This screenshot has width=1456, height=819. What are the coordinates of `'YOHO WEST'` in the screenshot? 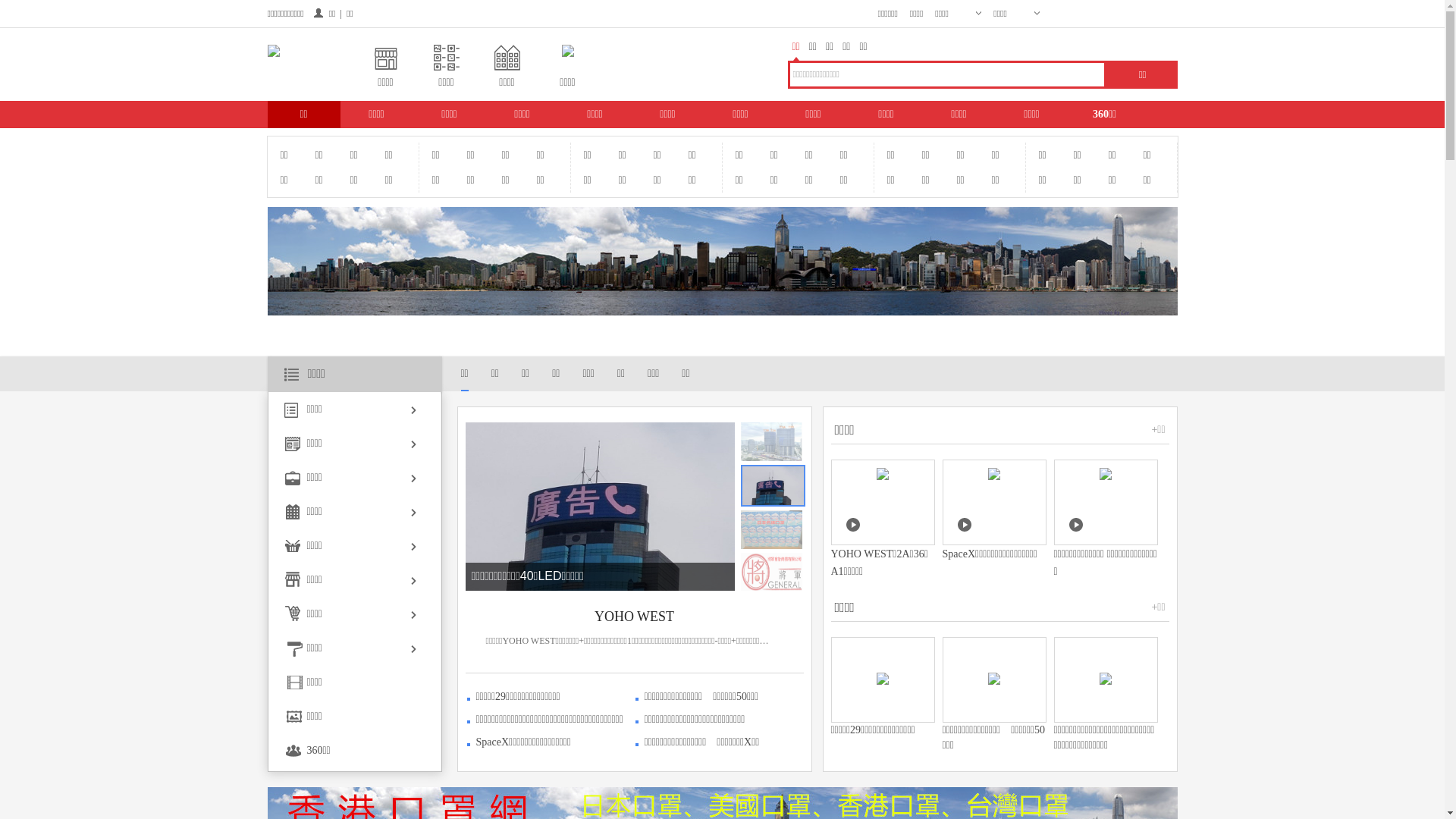 It's located at (335, 576).